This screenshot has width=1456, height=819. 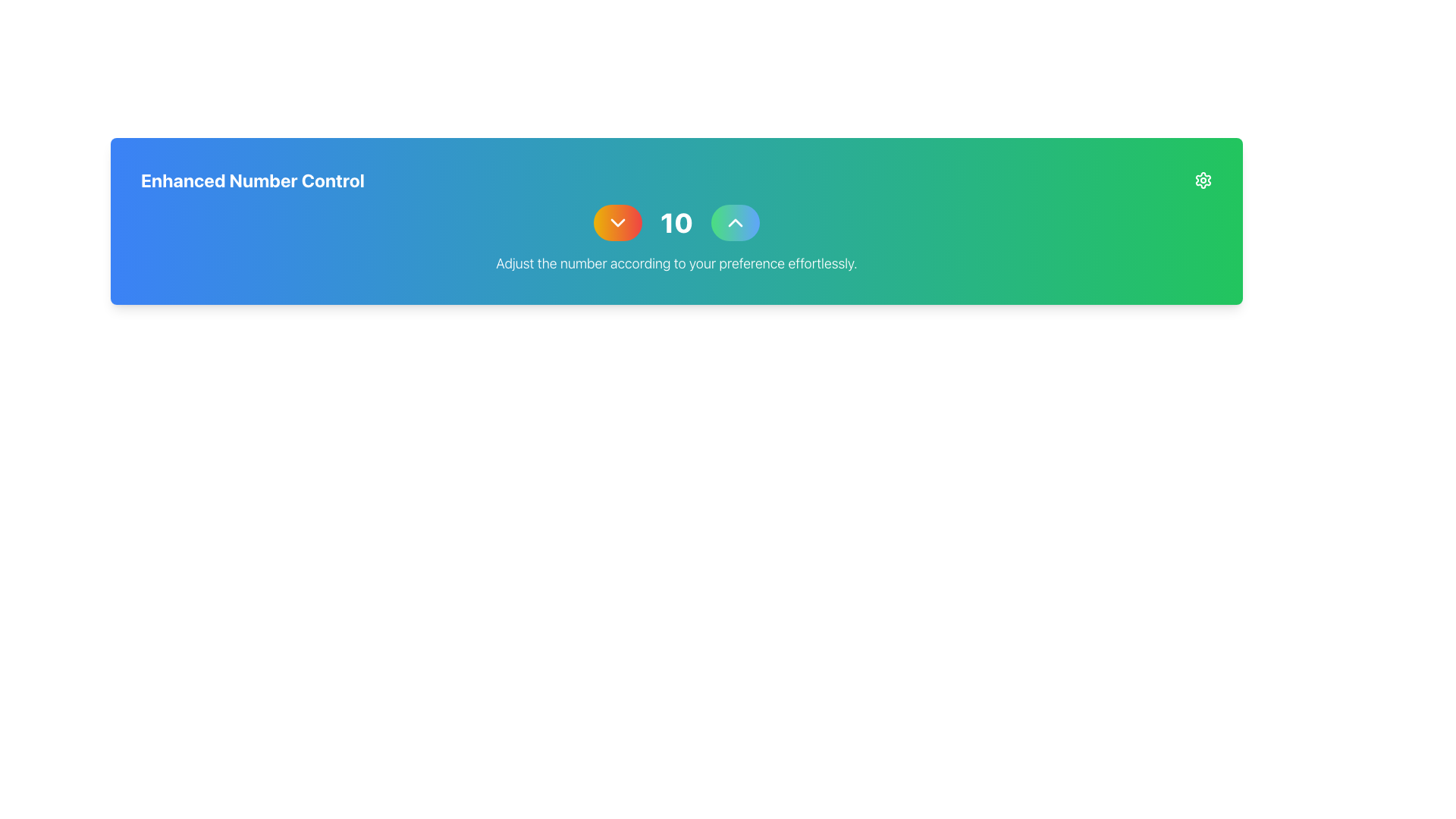 I want to click on the triangular upward-pointing arrow icon inside the circular button to increase the numeric value, so click(x=735, y=222).